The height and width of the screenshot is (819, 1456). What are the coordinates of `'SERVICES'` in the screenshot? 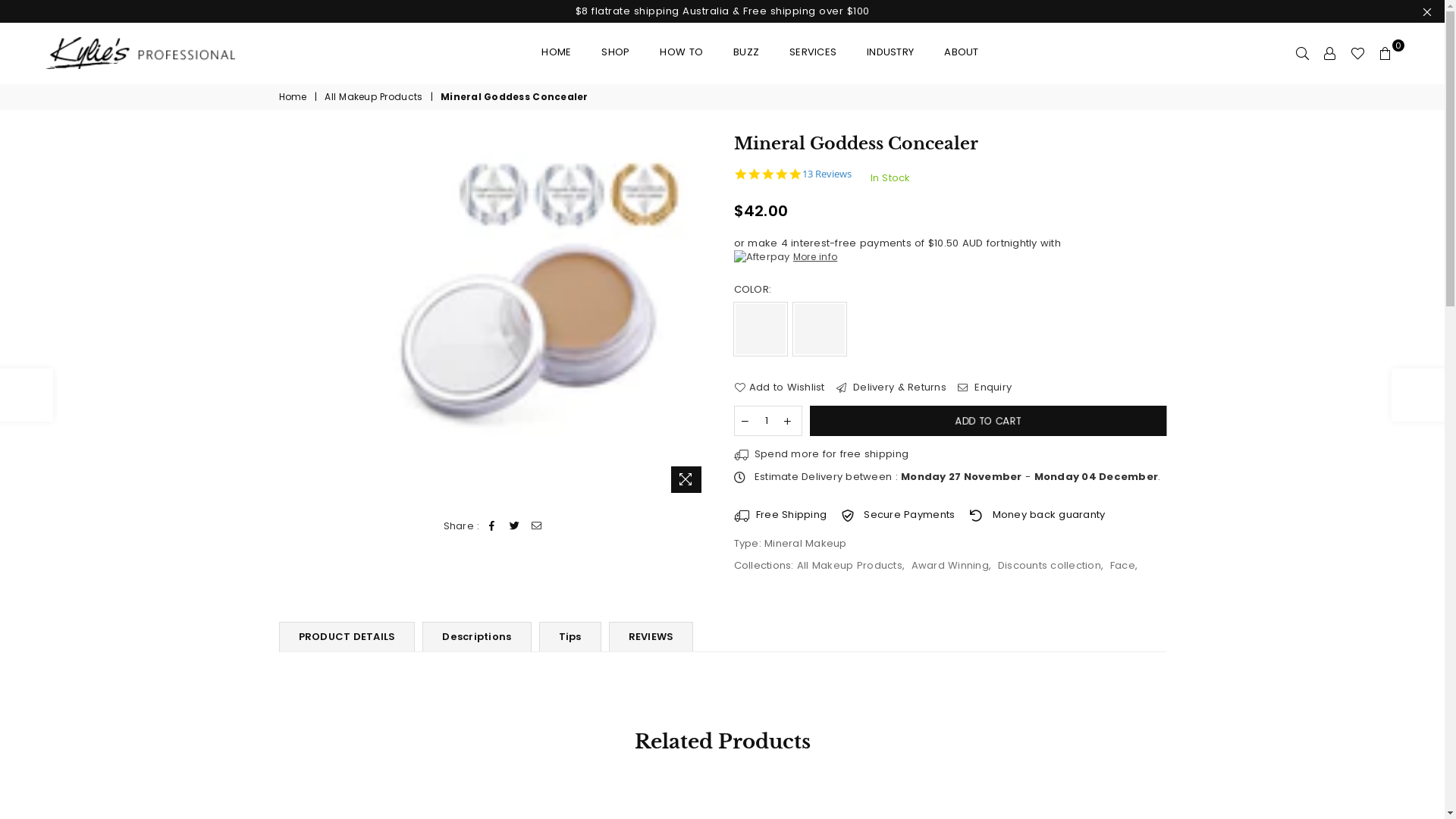 It's located at (778, 52).